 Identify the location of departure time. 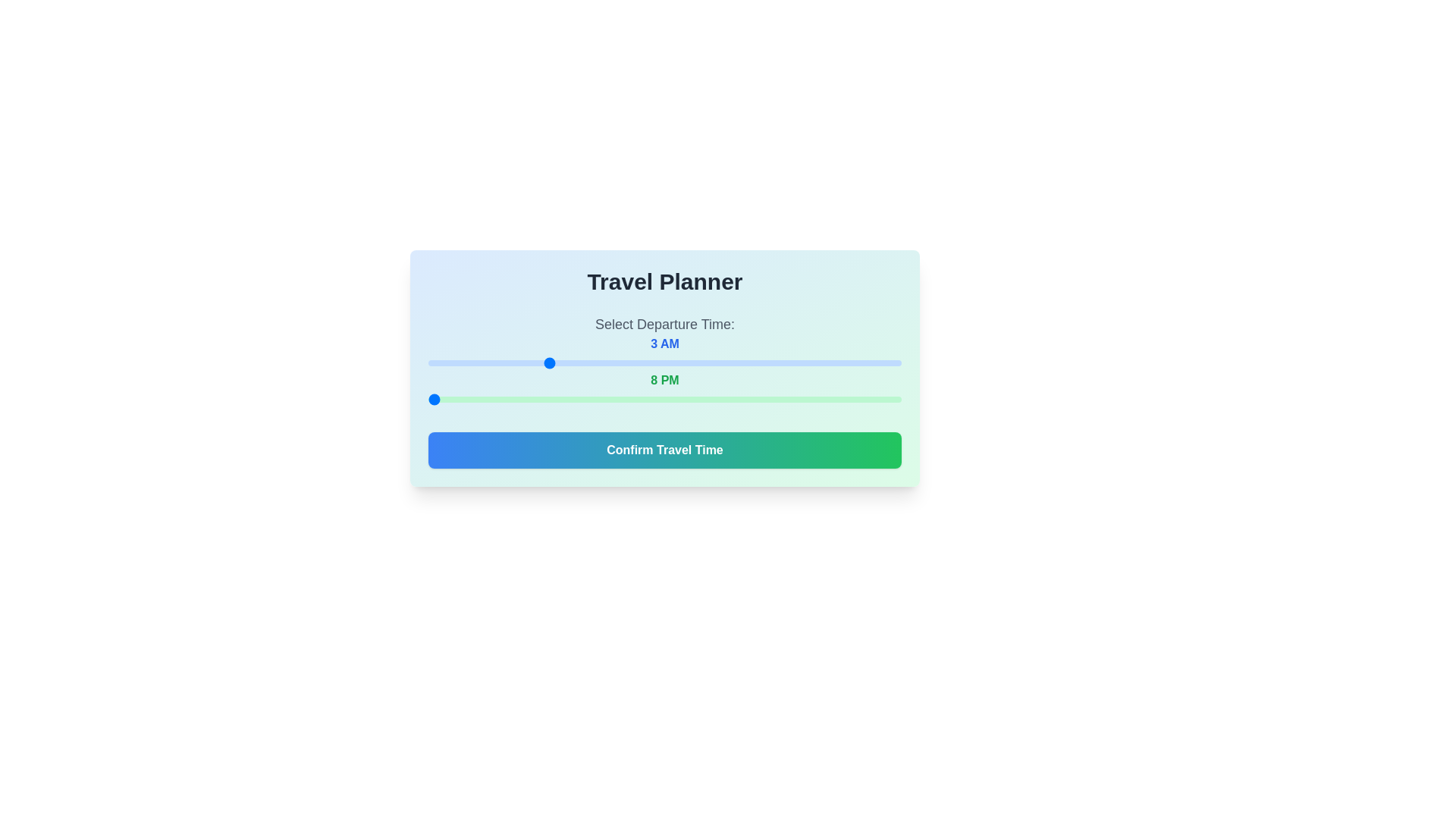
(743, 362).